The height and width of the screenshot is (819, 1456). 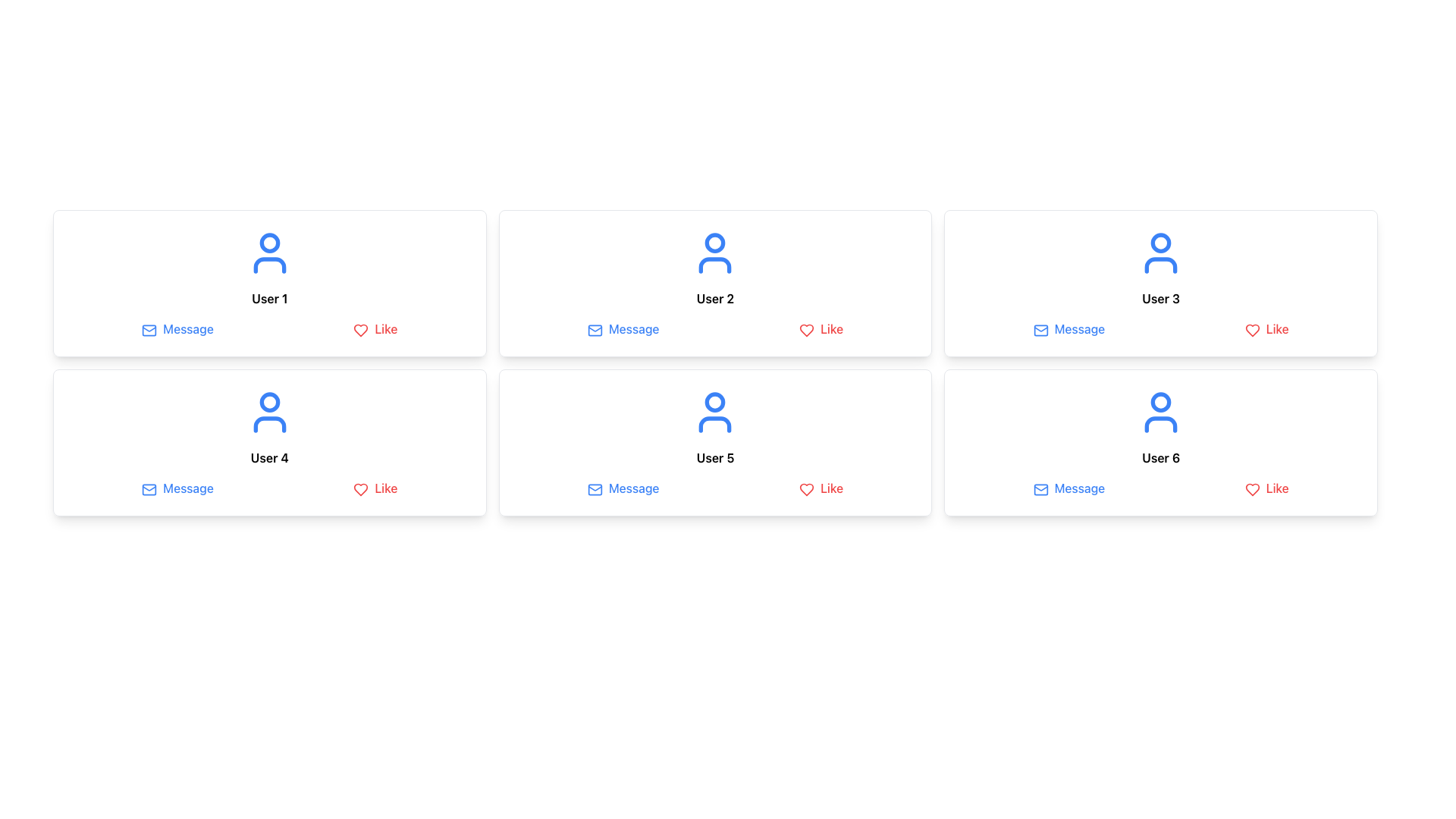 What do you see at coordinates (594, 328) in the screenshot?
I see `the inner decorative detail of the envelope icon in the 'Message' button for 'User 2'` at bounding box center [594, 328].